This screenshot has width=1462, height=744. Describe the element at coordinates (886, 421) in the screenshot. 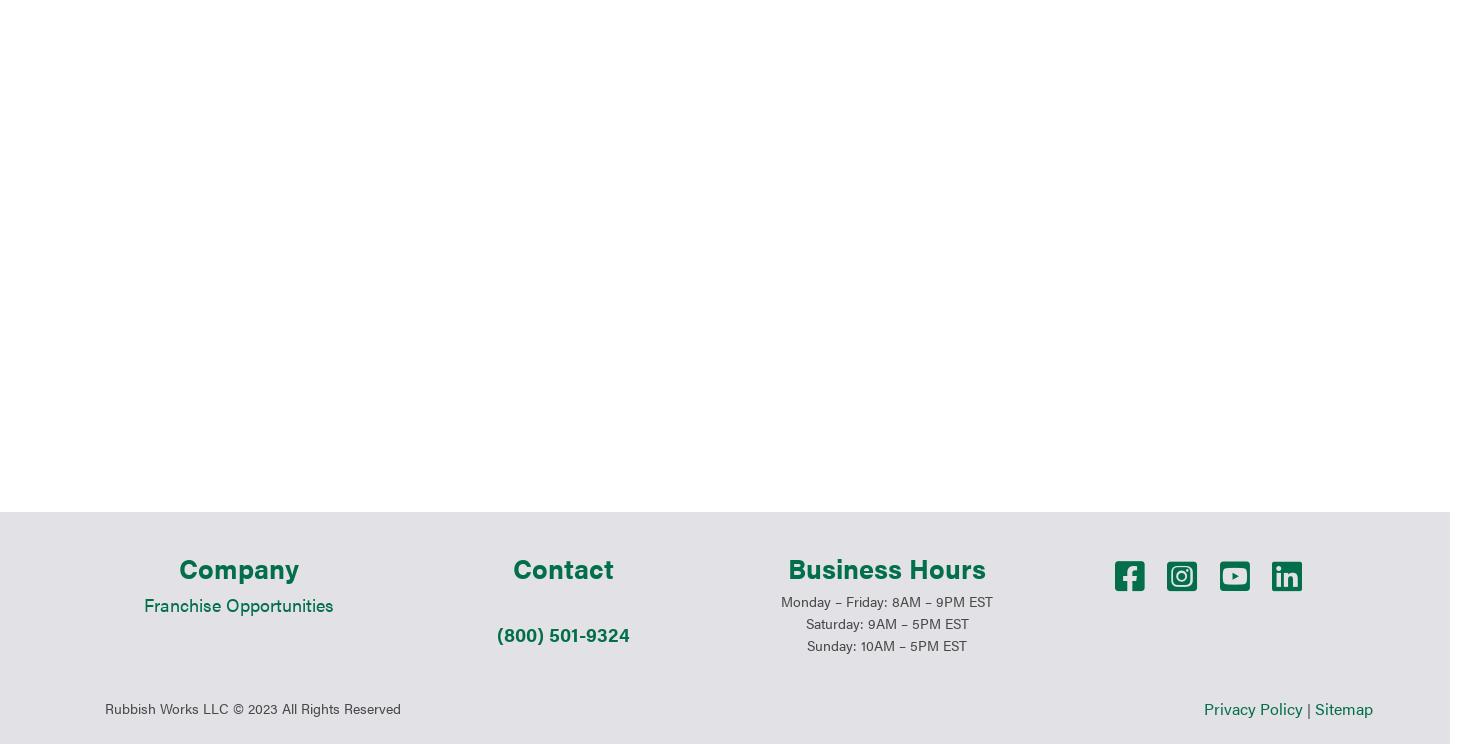

I see `'Saturday: 9AM – 5PM EST'` at that location.